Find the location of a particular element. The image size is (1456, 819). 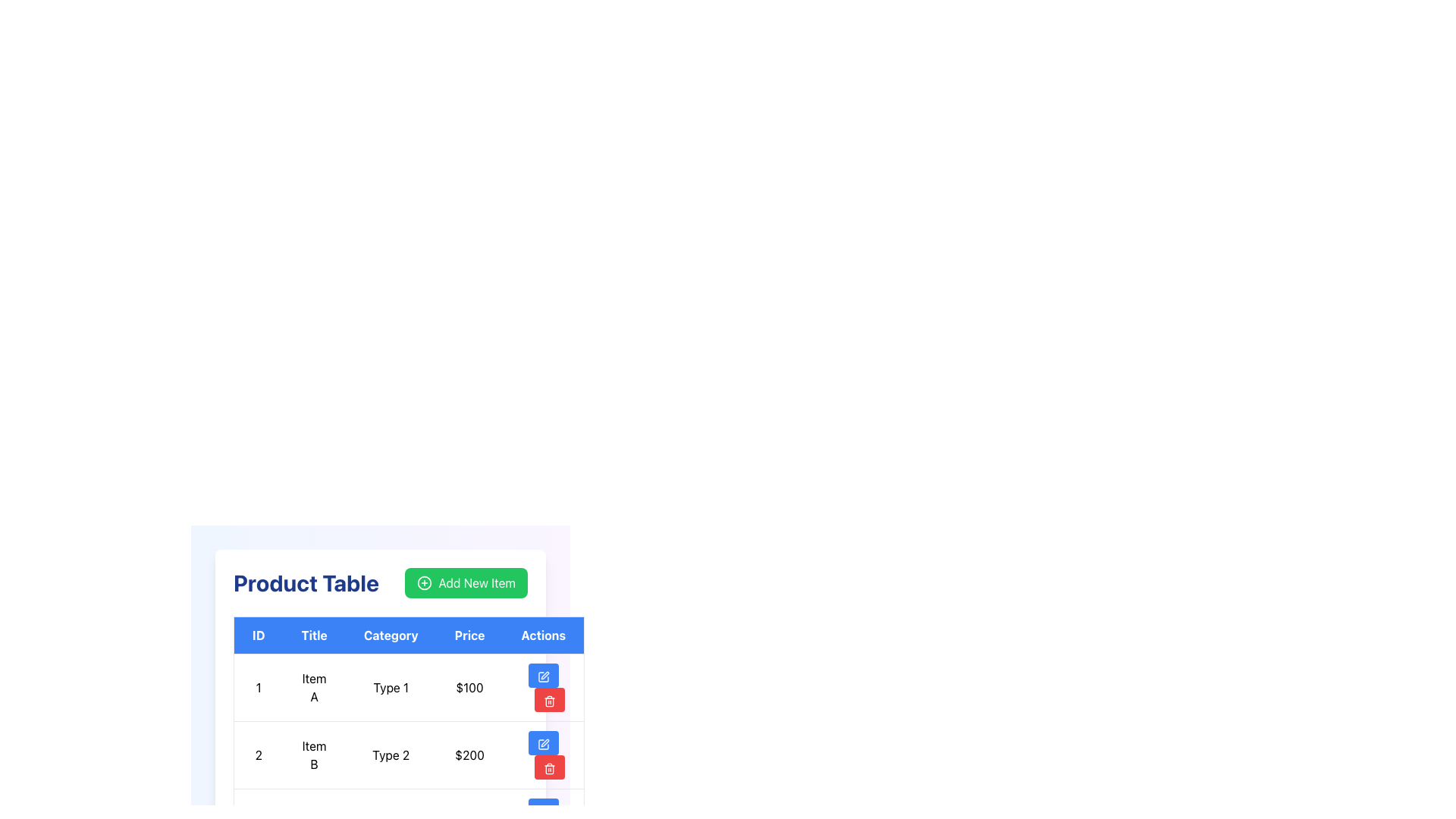

the static text label displaying 'Type 1' which is located under the 'Category' header in the first row of the table is located at coordinates (391, 687).